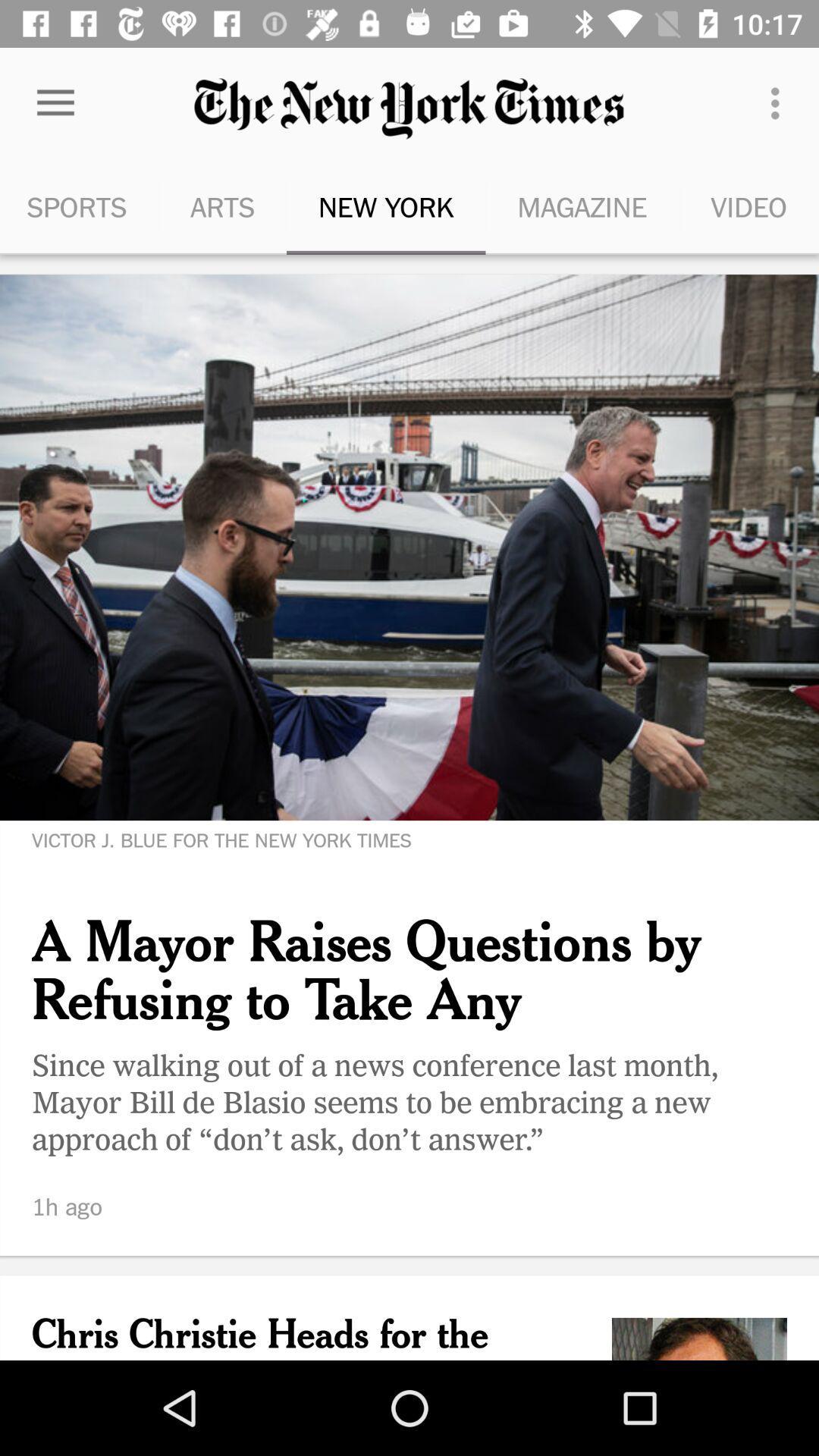  What do you see at coordinates (222, 206) in the screenshot?
I see `item next to the new york item` at bounding box center [222, 206].